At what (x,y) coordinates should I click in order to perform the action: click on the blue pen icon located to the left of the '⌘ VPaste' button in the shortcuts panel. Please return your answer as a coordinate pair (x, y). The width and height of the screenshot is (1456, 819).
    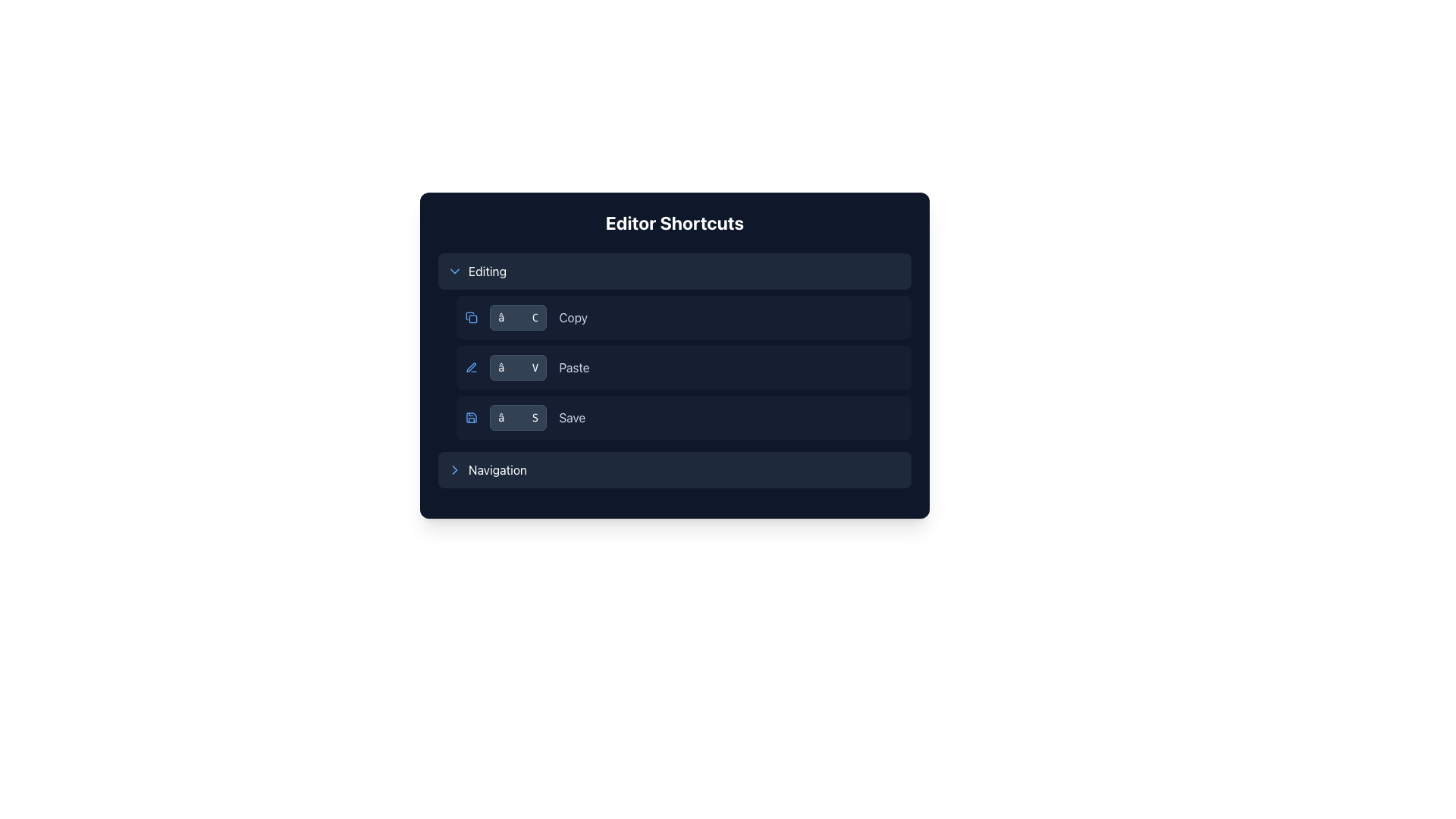
    Looking at the image, I should click on (471, 368).